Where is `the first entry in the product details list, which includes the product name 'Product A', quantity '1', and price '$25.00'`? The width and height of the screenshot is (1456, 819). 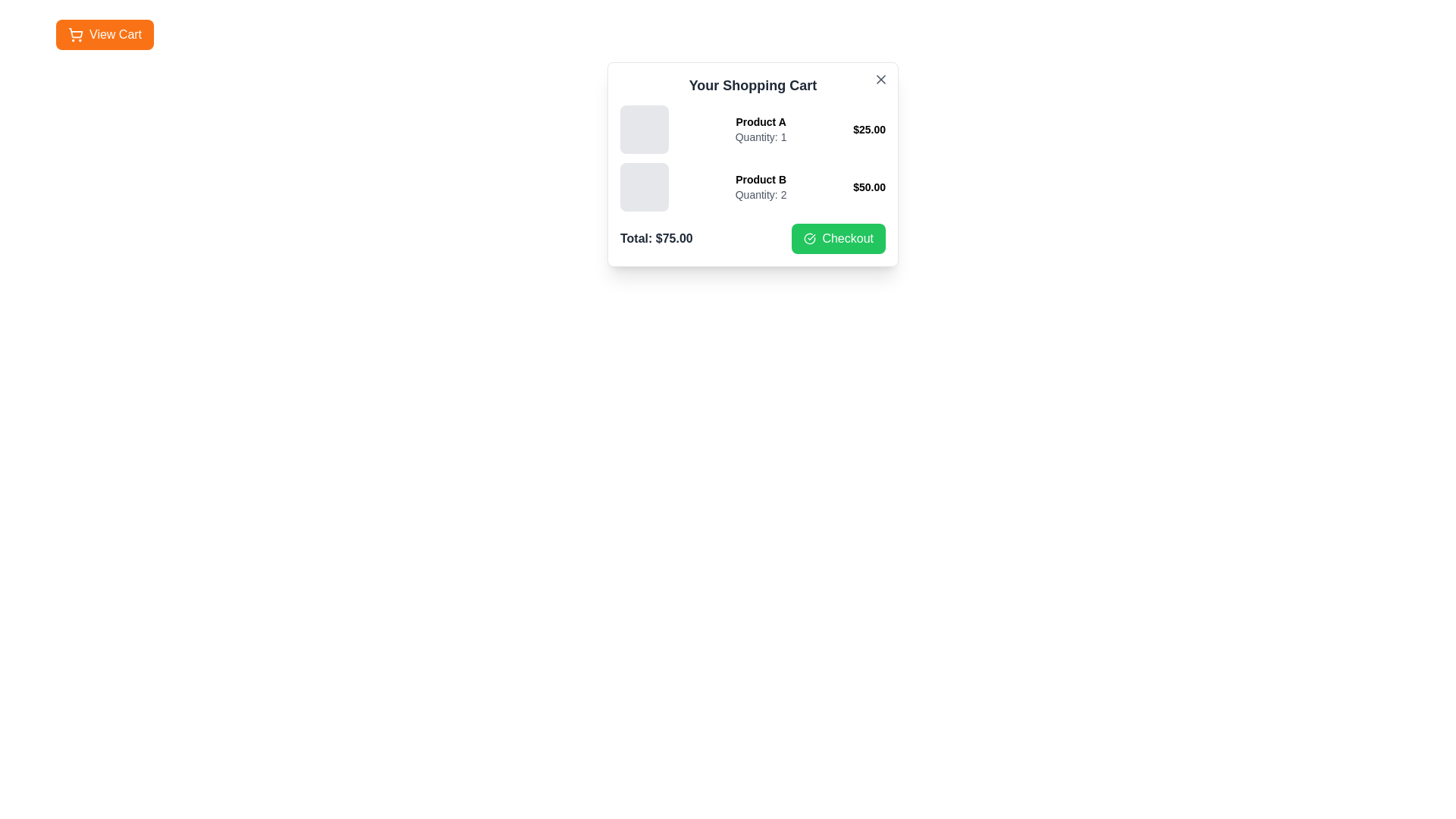 the first entry in the product details list, which includes the product name 'Product A', quantity '1', and price '$25.00' is located at coordinates (753, 128).